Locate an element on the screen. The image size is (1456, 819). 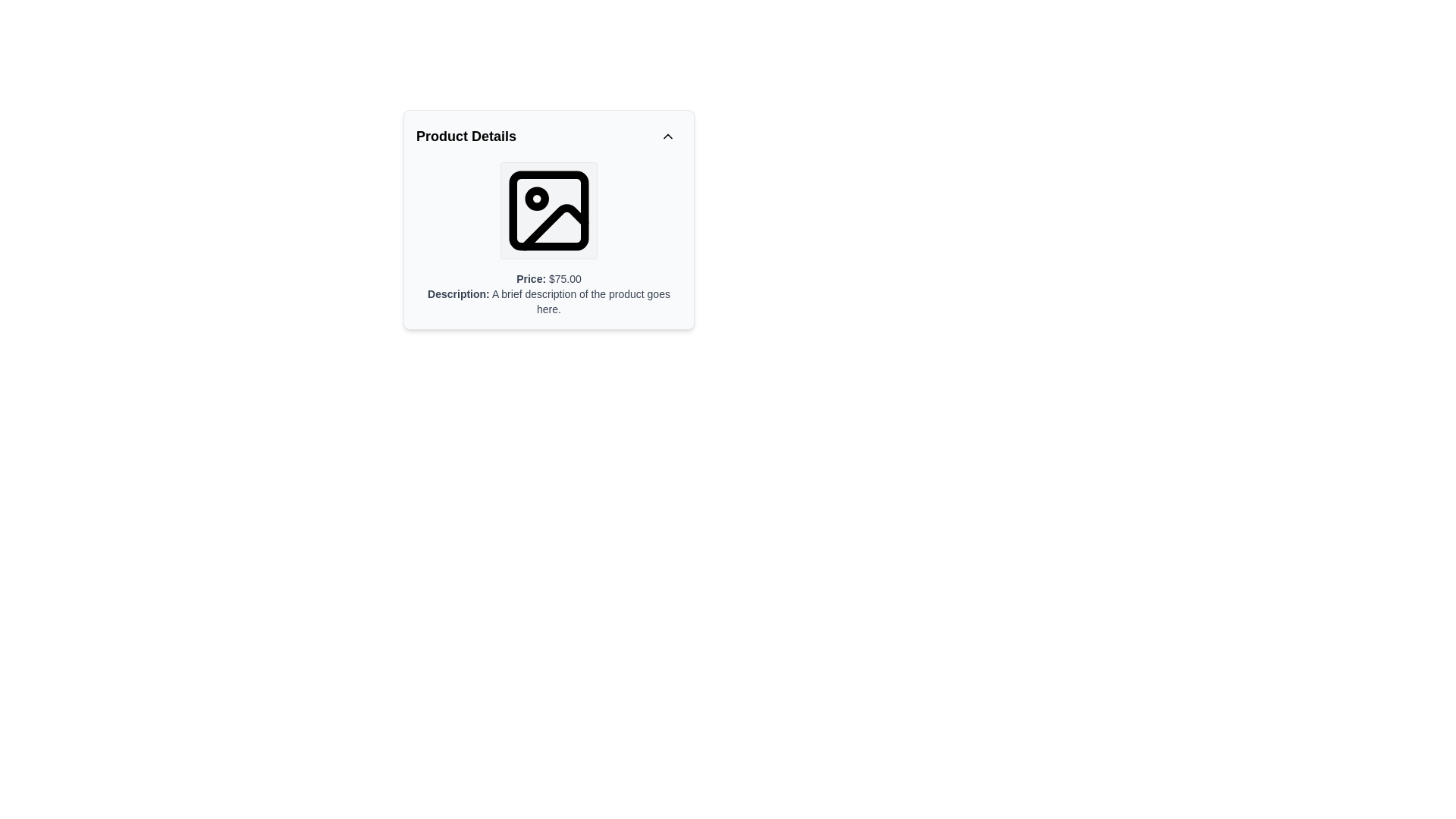
the Product Description Section which includes an image placeholder icon and the title 'Price: $75.00' along with a description text is located at coordinates (548, 239).